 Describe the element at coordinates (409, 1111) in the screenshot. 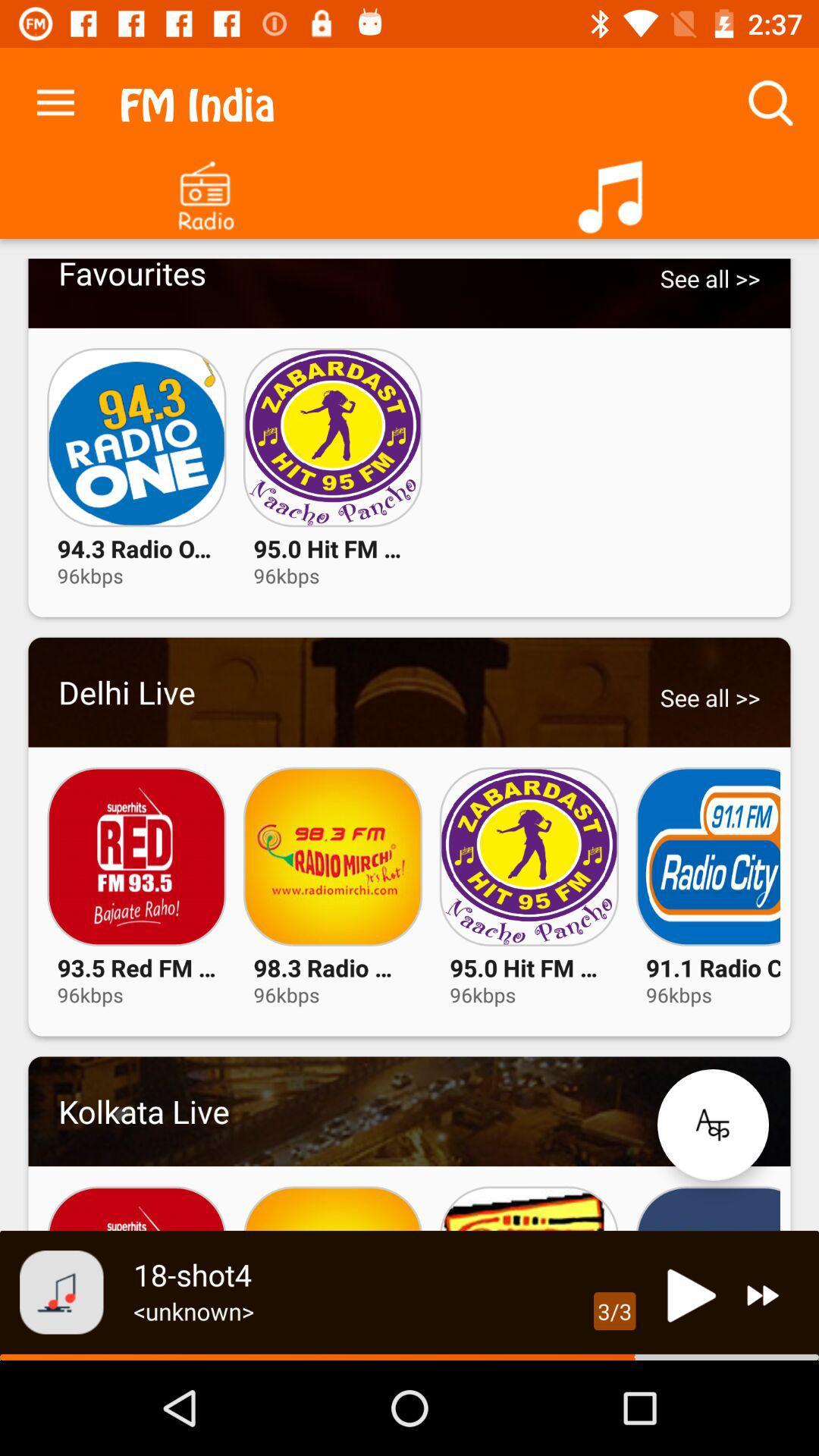

I see `the button which is having the text kolkata live` at that location.